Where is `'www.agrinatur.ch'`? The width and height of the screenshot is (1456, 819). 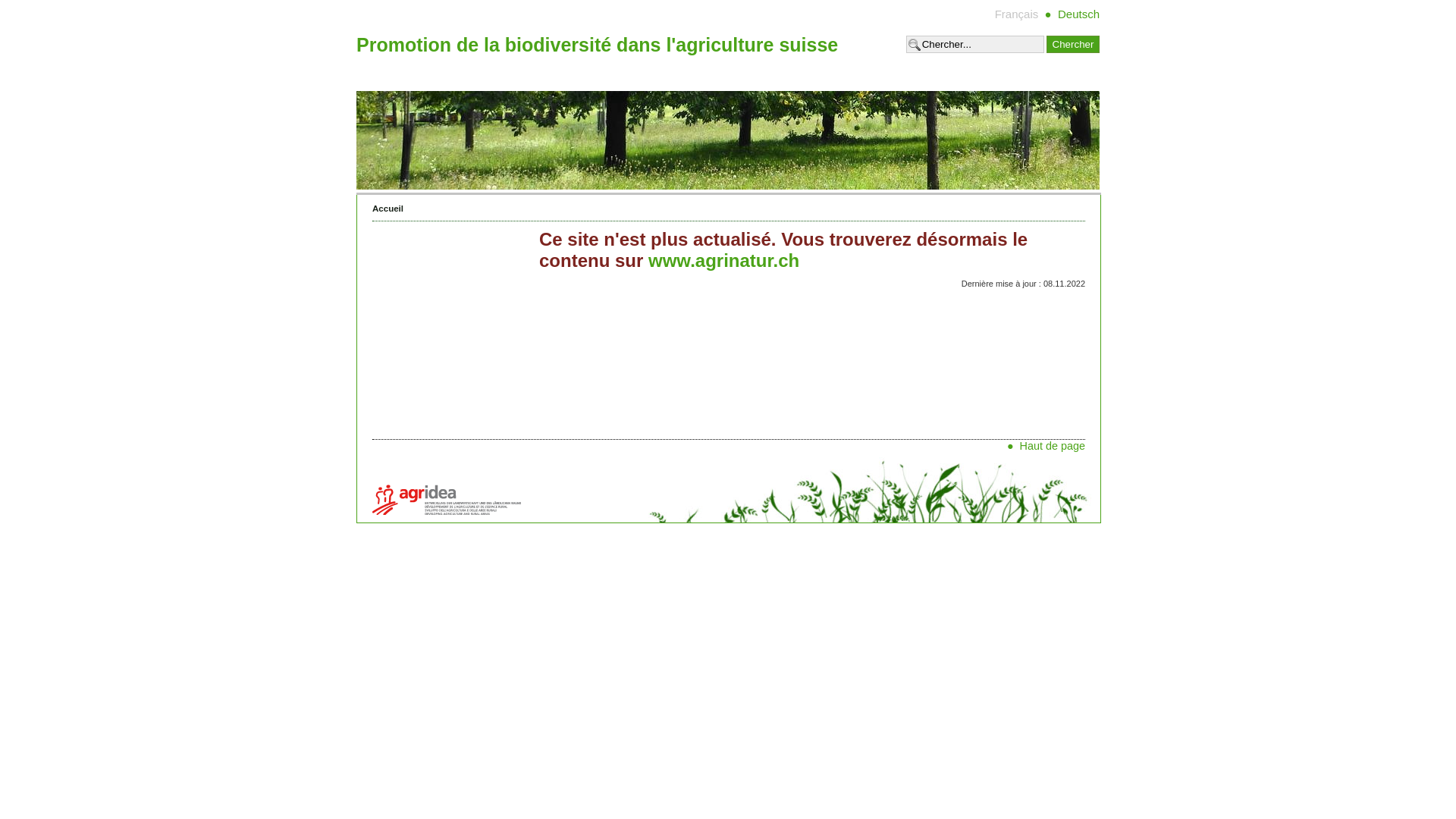
'www.agrinatur.ch' is located at coordinates (723, 259).